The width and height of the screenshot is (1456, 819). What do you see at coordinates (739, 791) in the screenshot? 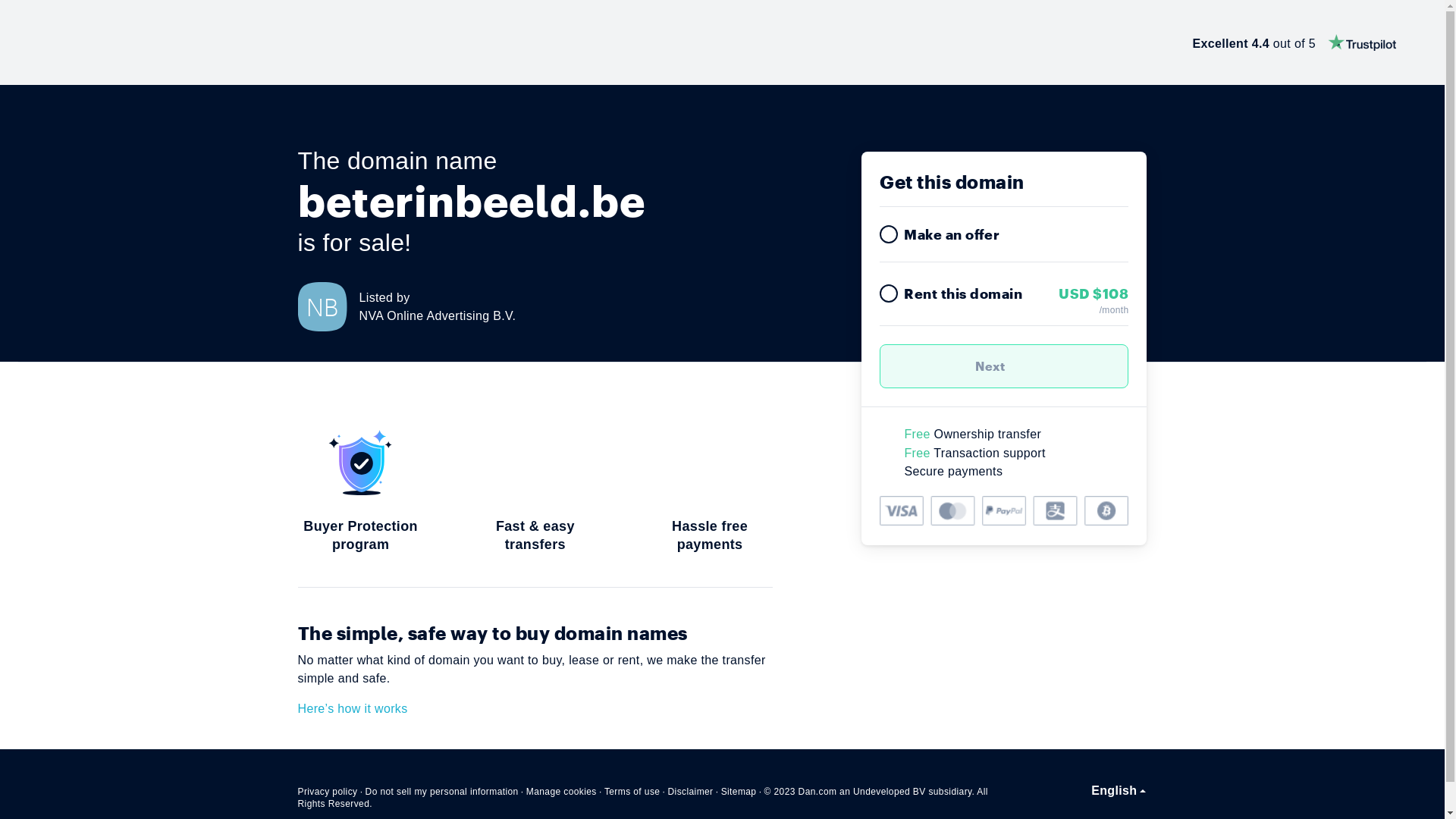
I see `'Sitemap'` at bounding box center [739, 791].